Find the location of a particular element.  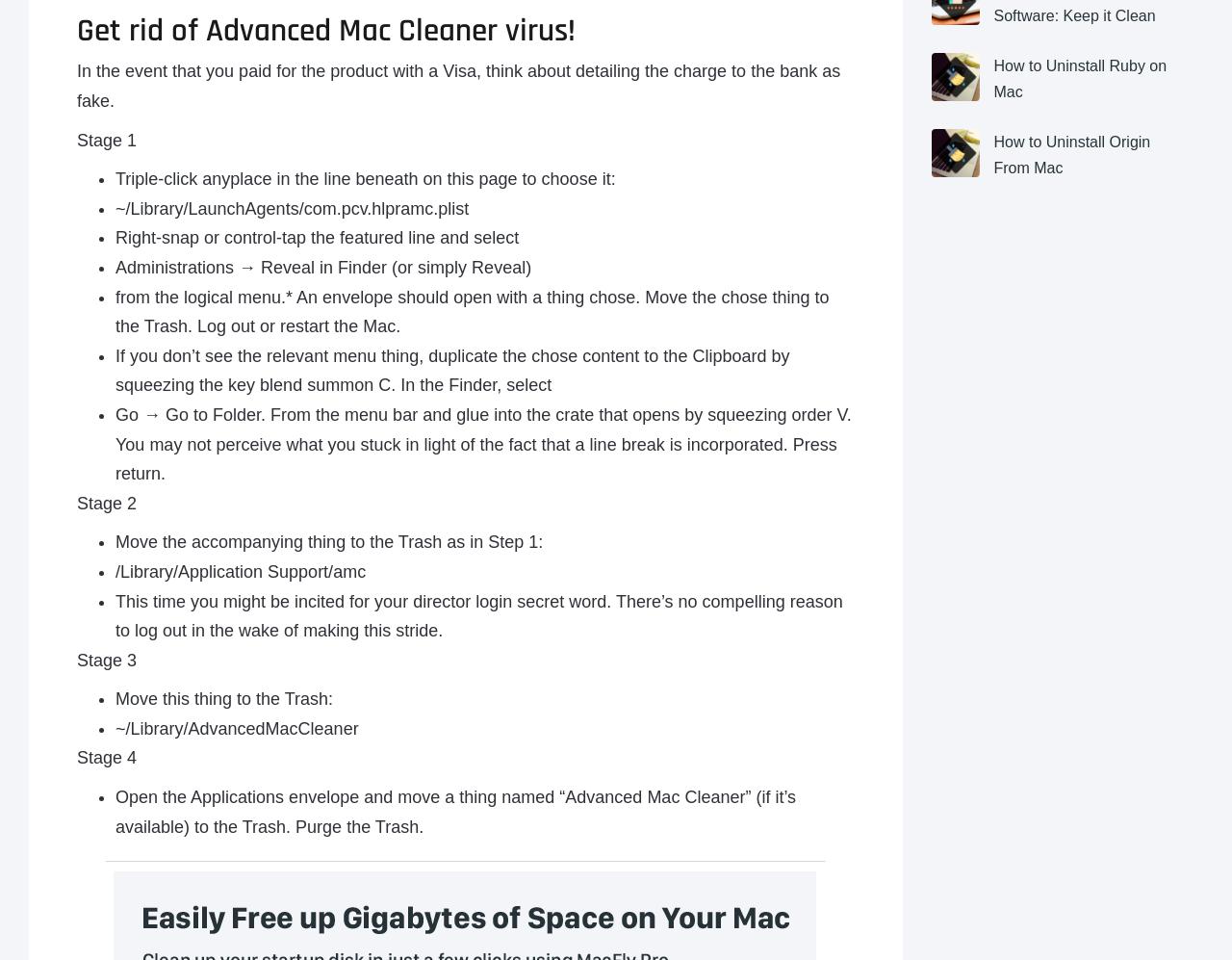

'Administrations → Reveal in Finder (or simply Reveal)' is located at coordinates (323, 266).